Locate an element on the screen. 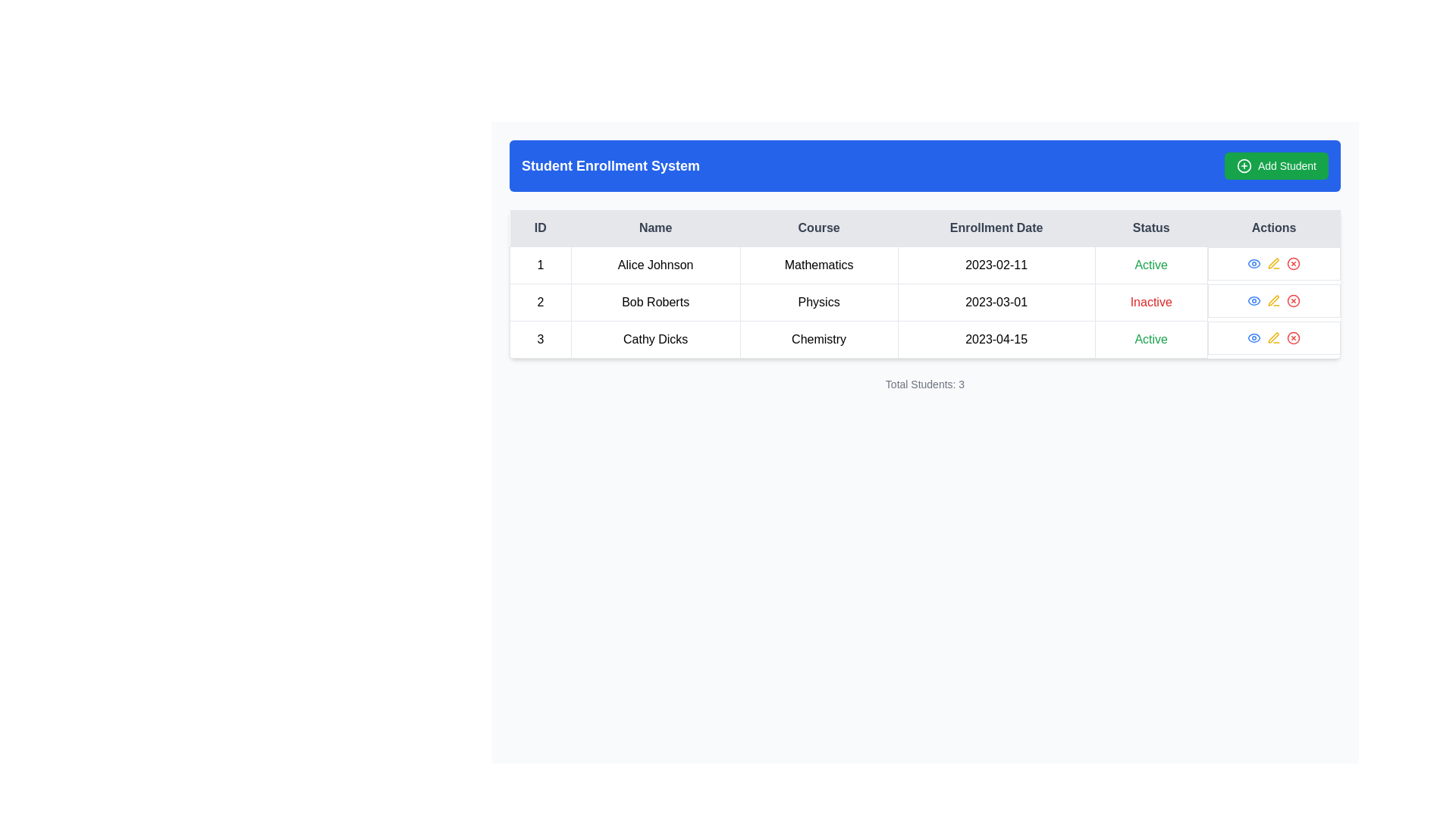 This screenshot has height=819, width=1456. the sixth column header of the table, which indicates the column for action buttons related to each entry is located at coordinates (1274, 228).